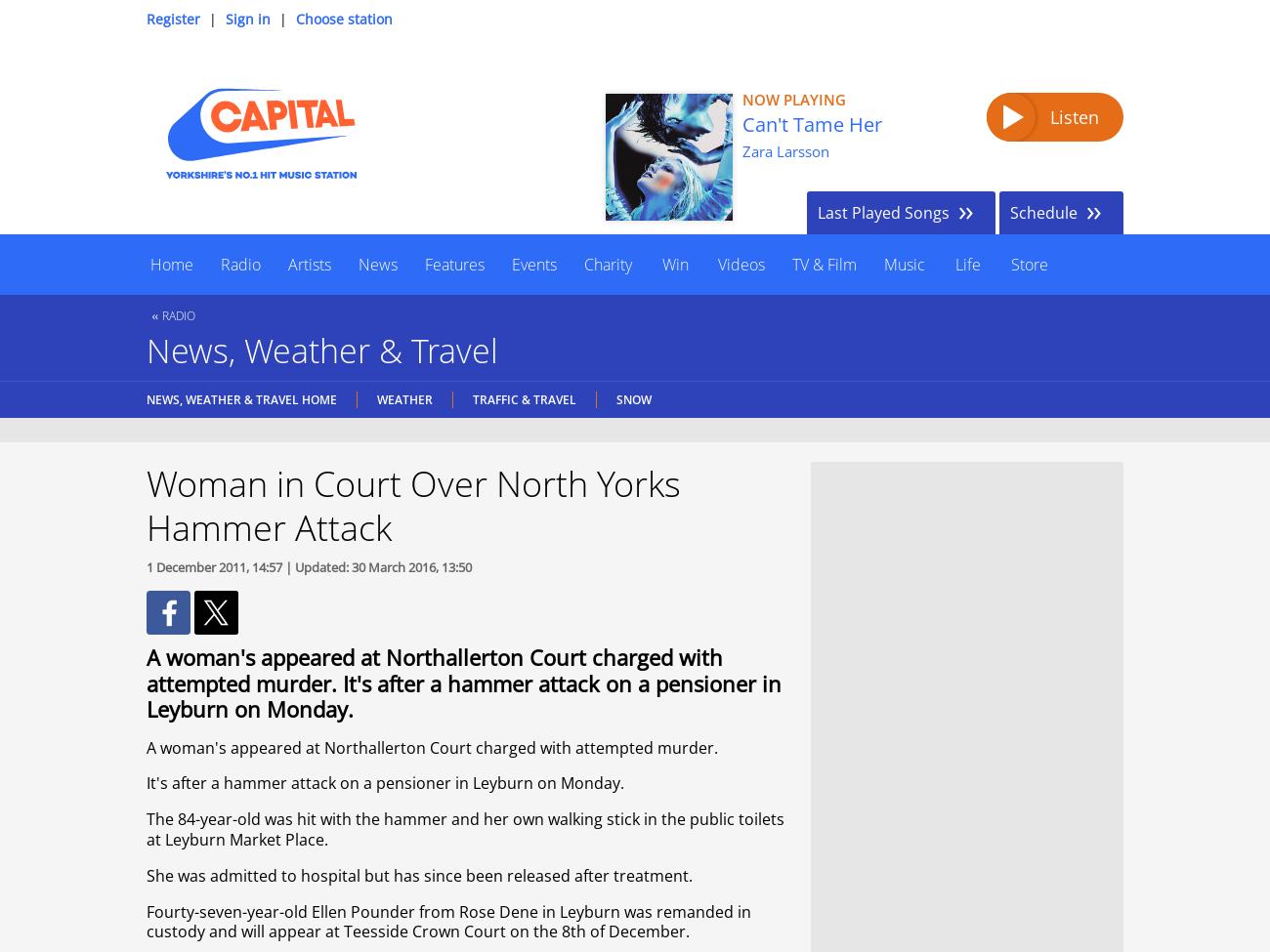 This screenshot has height=952, width=1270. I want to click on 'Zara Larsson', so click(784, 150).